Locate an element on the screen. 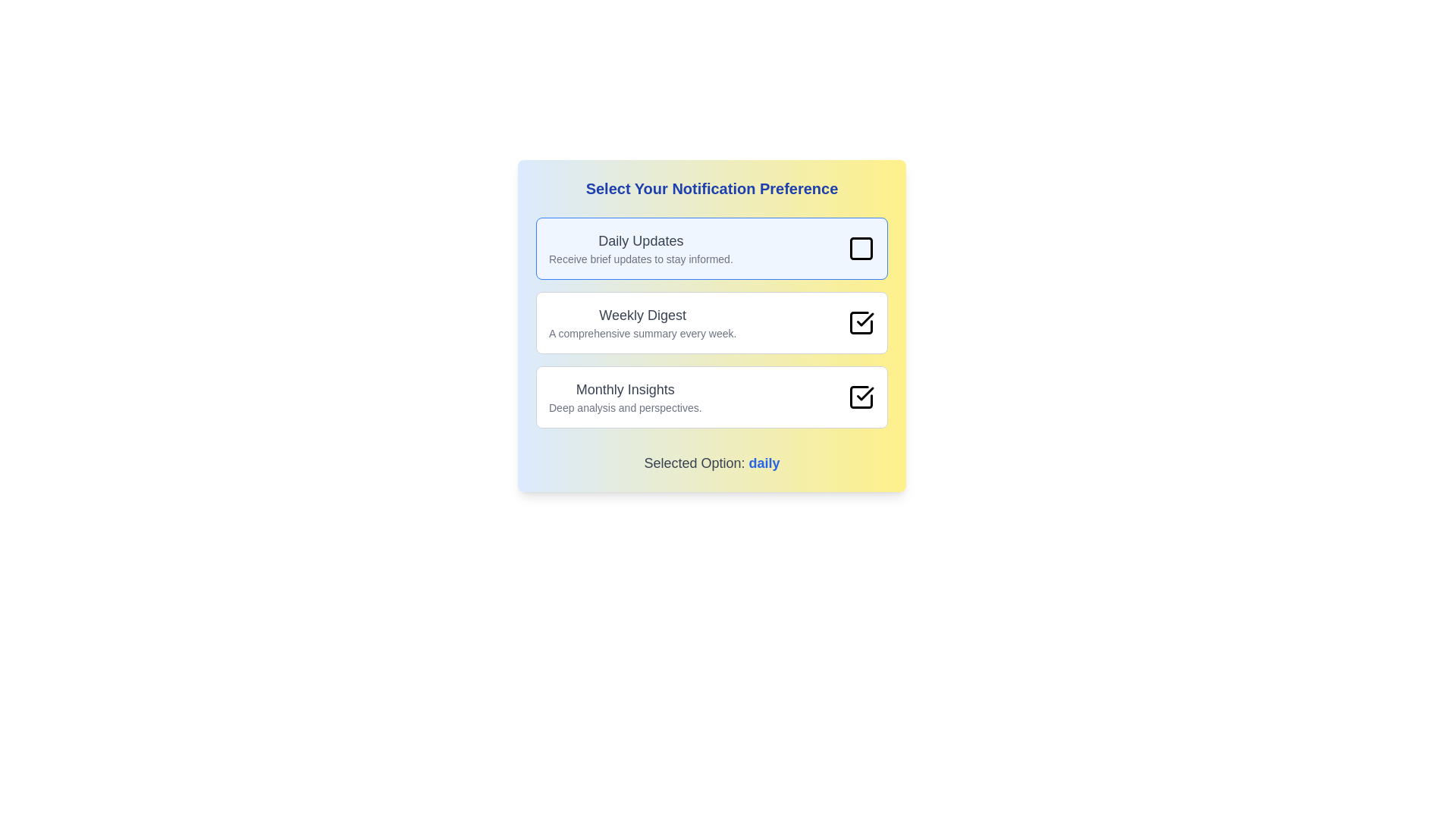 The height and width of the screenshot is (819, 1456). the square with rounded corners that serves as a selection indicator for the 'Daily Updates' option in the notification preferences is located at coordinates (861, 247).